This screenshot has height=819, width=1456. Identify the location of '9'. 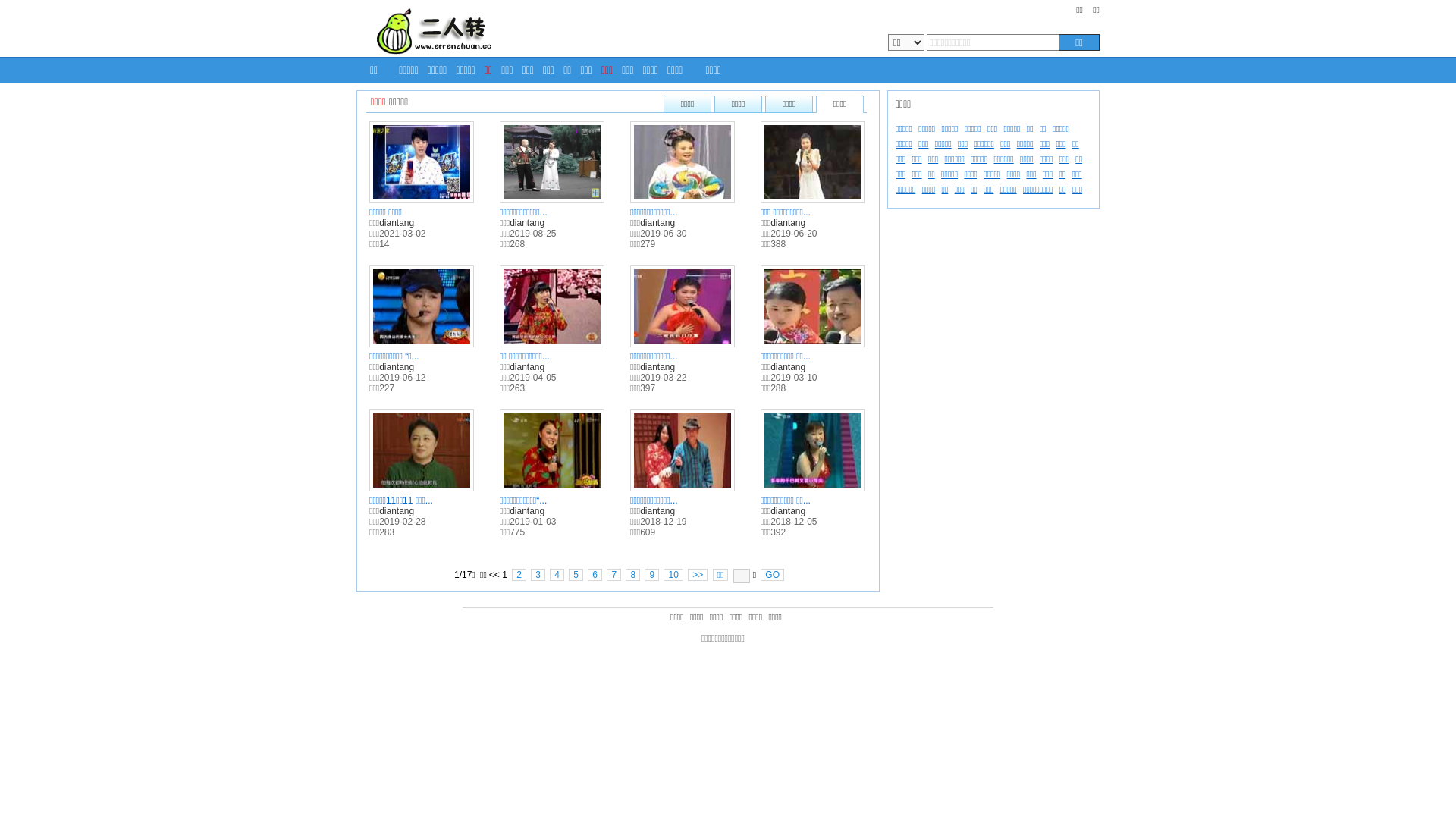
(651, 575).